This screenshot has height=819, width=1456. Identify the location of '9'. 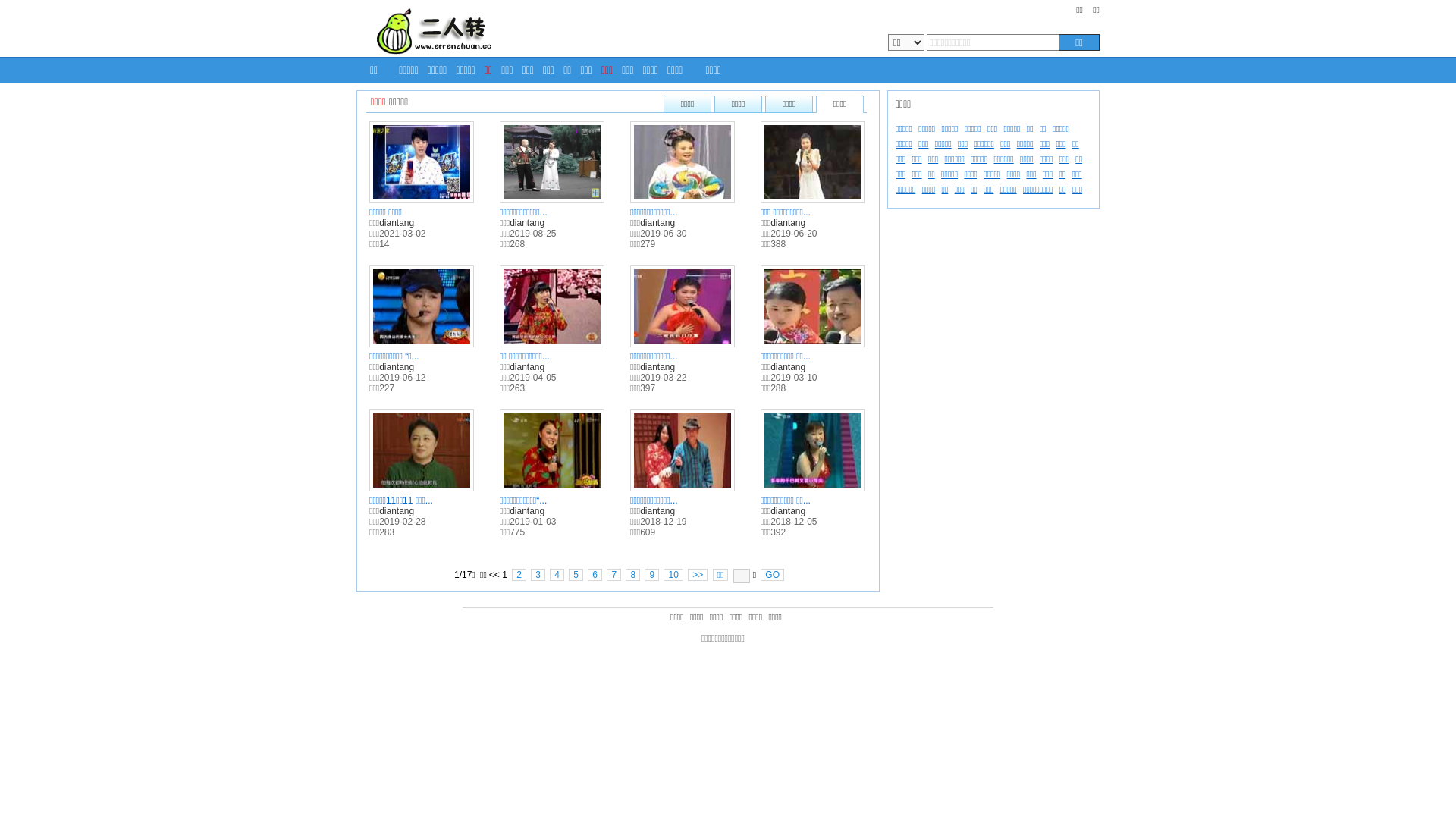
(651, 575).